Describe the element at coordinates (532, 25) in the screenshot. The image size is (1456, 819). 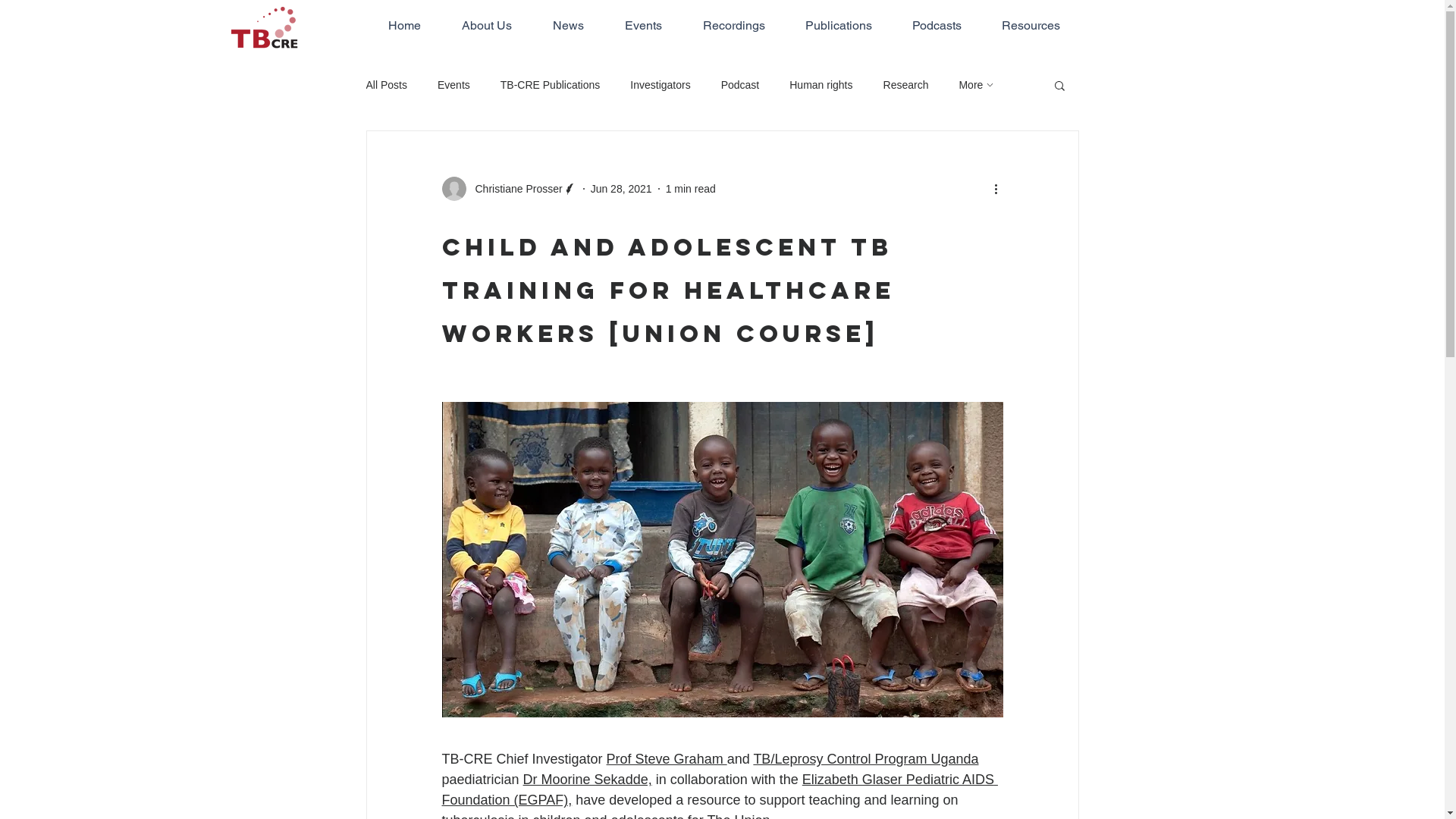
I see `'News'` at that location.